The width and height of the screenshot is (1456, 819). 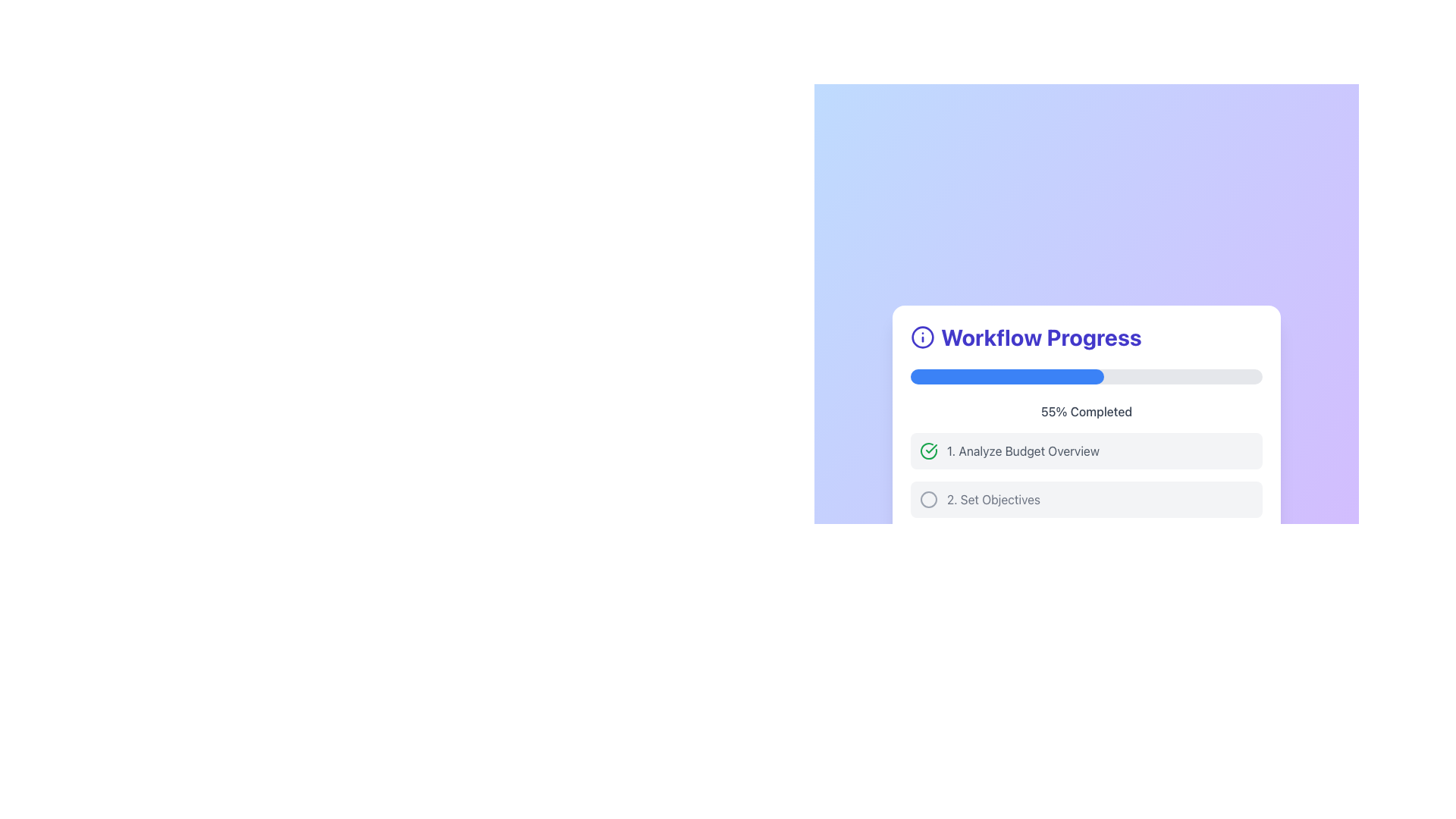 What do you see at coordinates (1040, 336) in the screenshot?
I see `the bold and prominent text label displaying 'Workflow Progress' in dark blue, located towards the top-left of the content pane` at bounding box center [1040, 336].